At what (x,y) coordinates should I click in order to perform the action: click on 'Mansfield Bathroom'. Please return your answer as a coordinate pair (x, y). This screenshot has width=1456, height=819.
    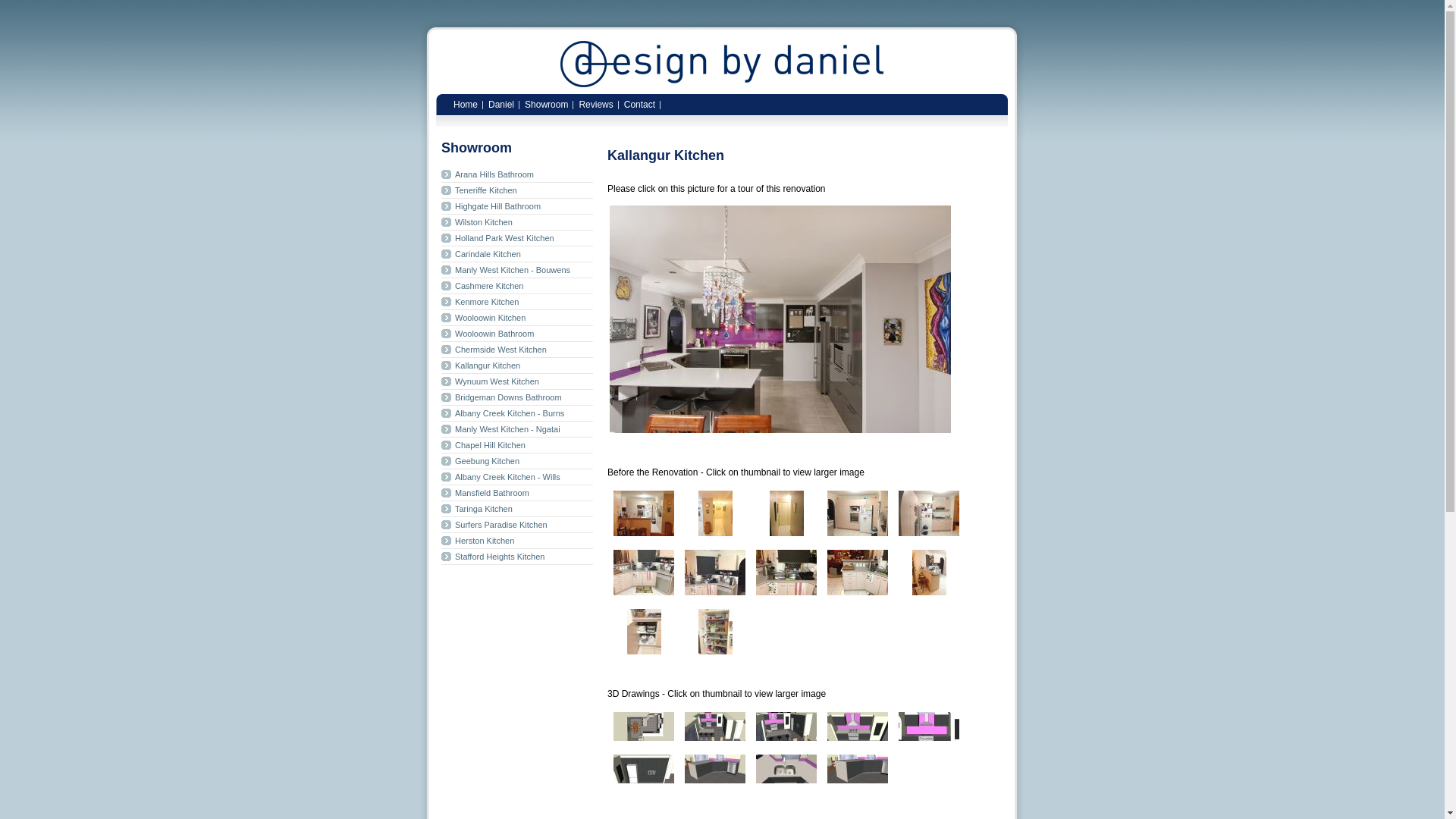
    Looking at the image, I should click on (516, 493).